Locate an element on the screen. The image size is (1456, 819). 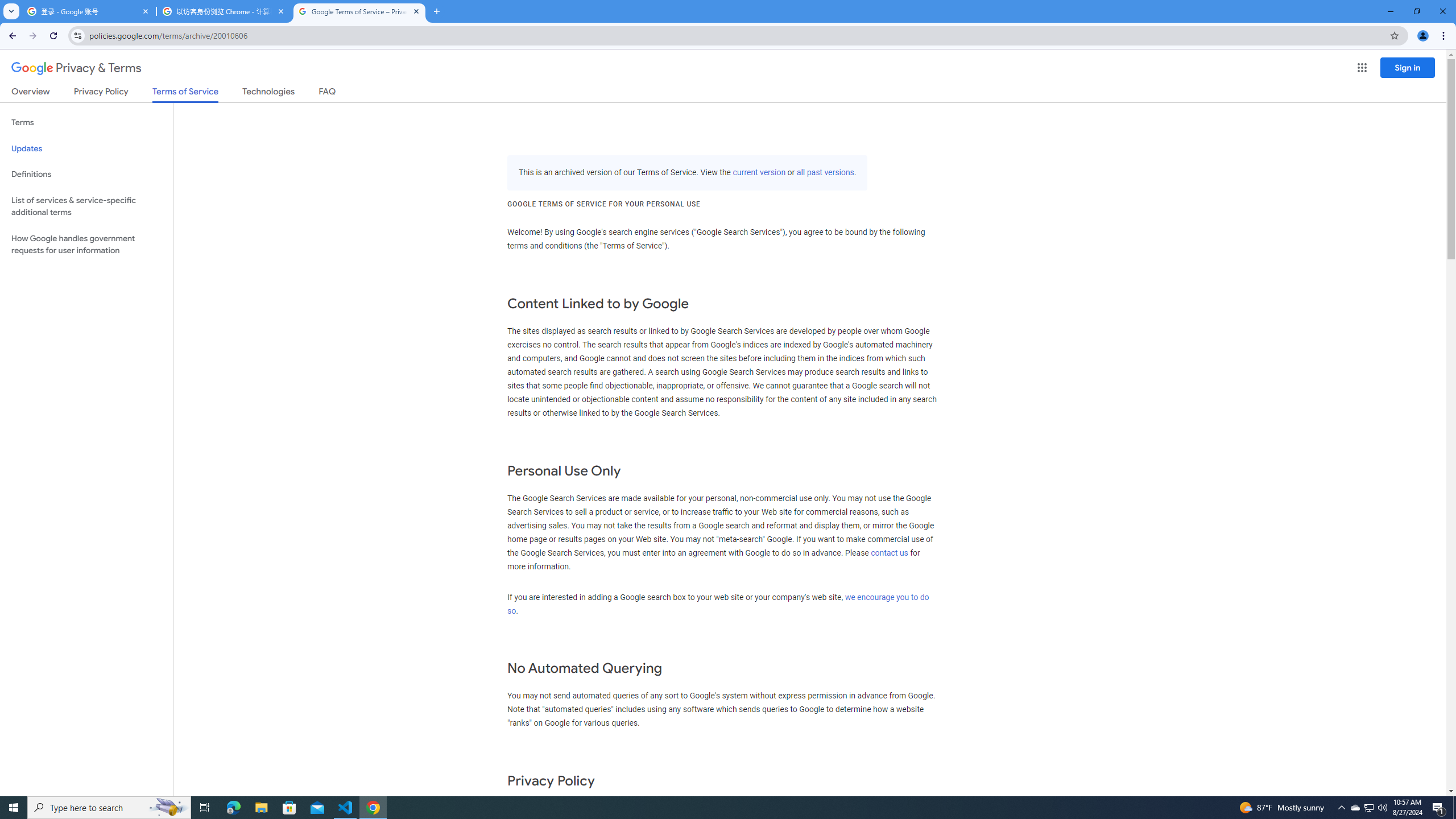
'all past versions' is located at coordinates (825, 172).